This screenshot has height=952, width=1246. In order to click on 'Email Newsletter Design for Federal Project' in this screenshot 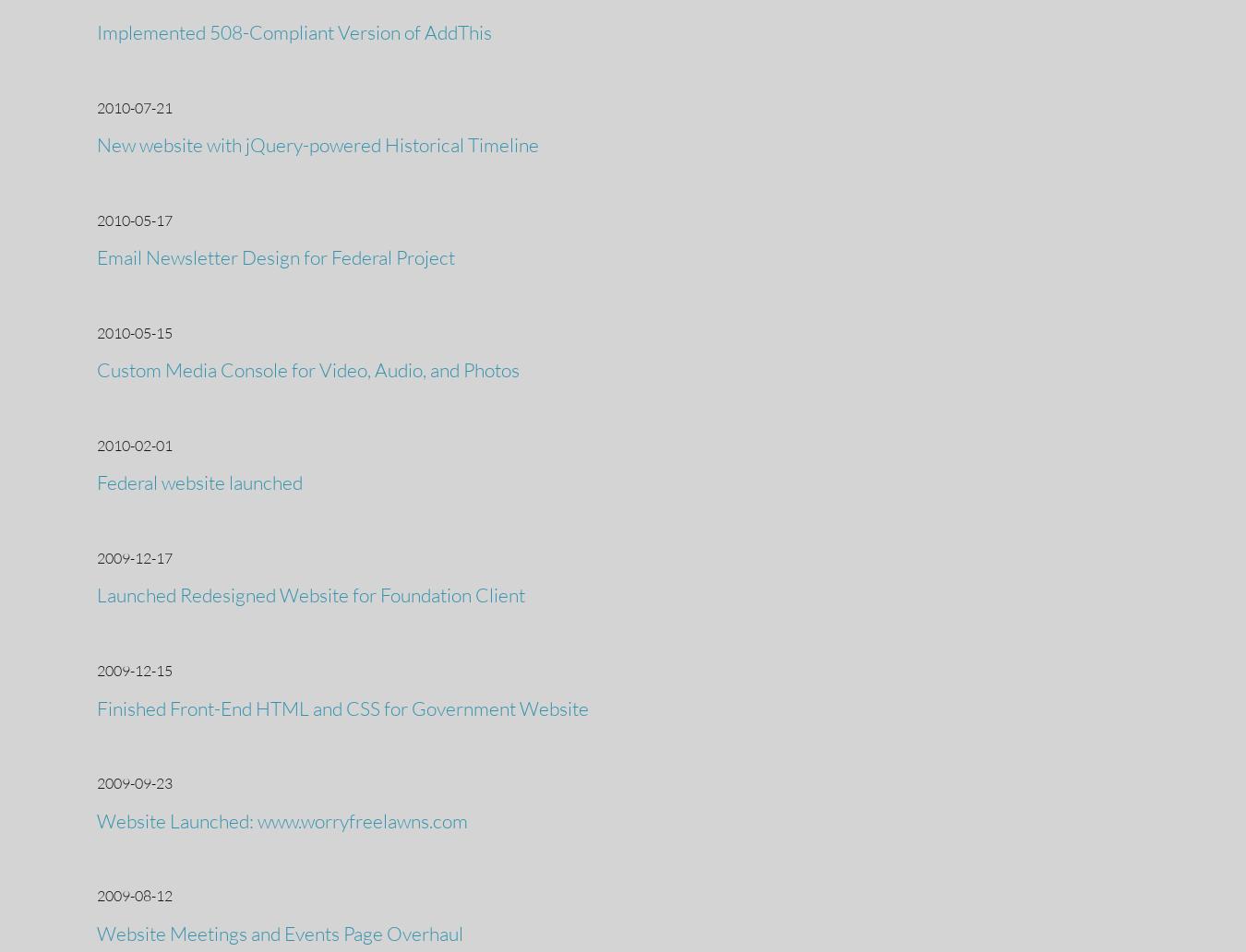, I will do `click(96, 256)`.